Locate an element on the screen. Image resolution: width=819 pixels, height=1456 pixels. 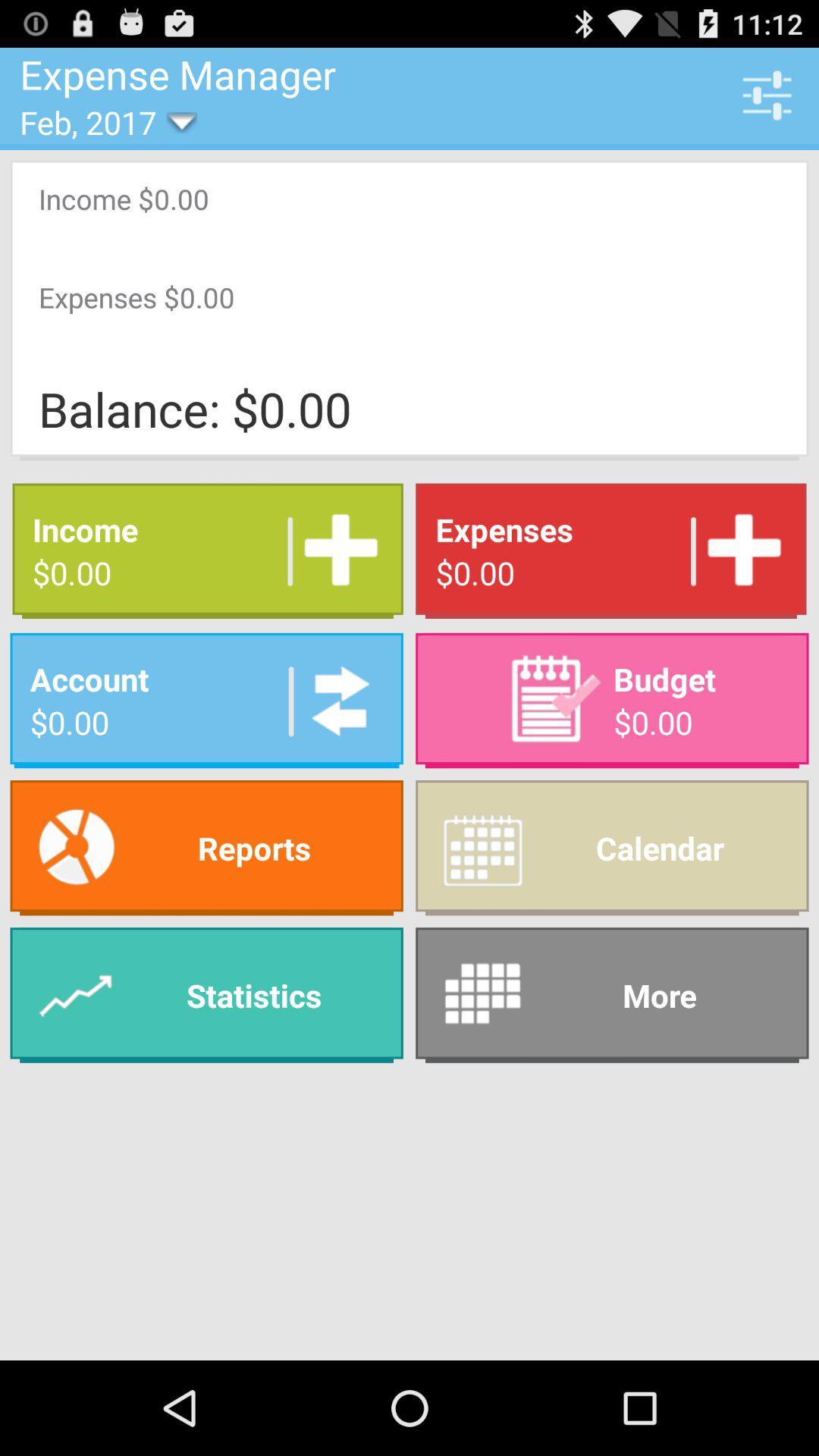
the app next to reports item is located at coordinates (611, 995).